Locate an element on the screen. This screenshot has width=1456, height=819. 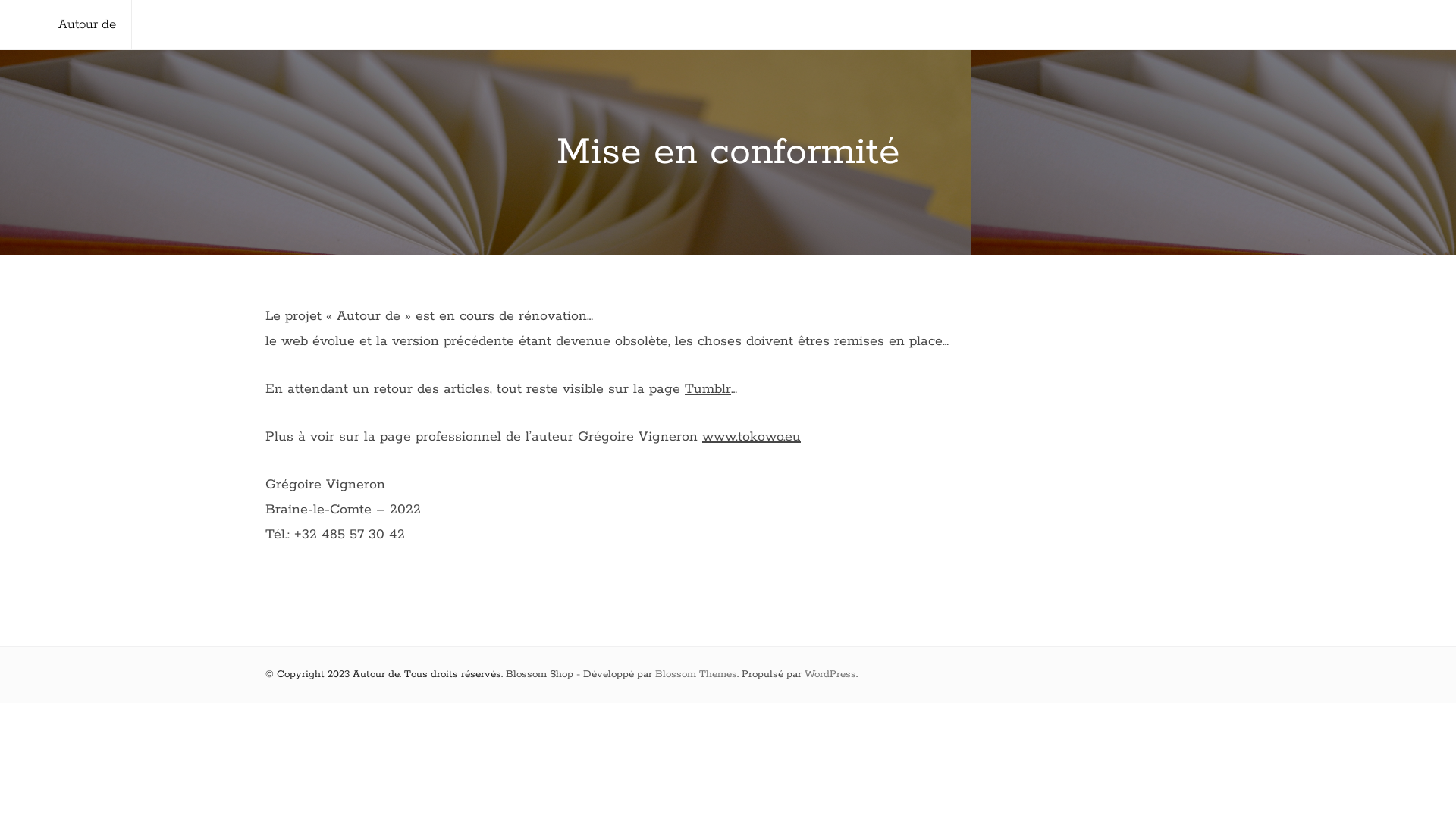
'WordPress' is located at coordinates (829, 673).